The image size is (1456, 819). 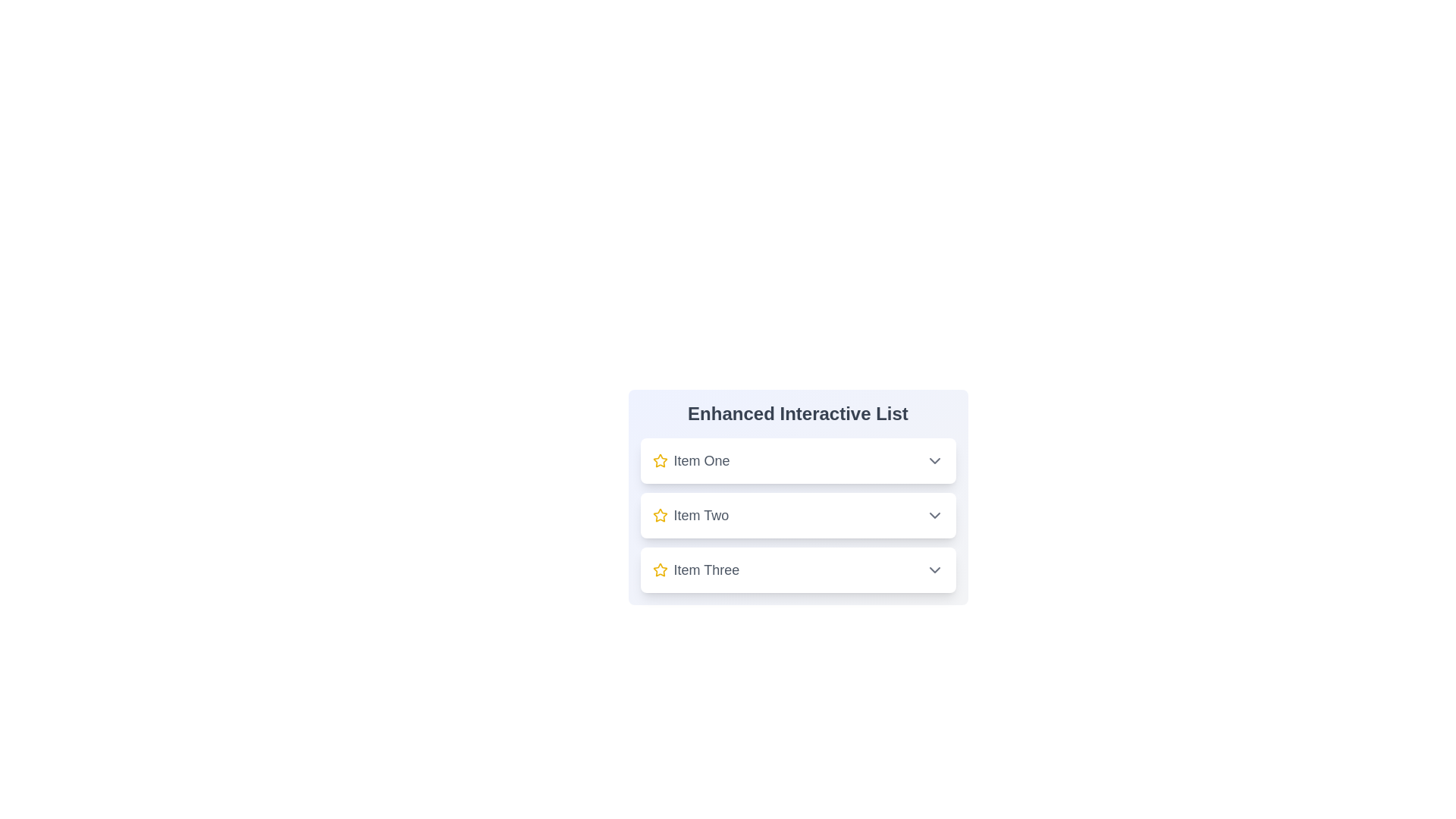 What do you see at coordinates (660, 460) in the screenshot?
I see `star icon next to Item One to perform the action` at bounding box center [660, 460].